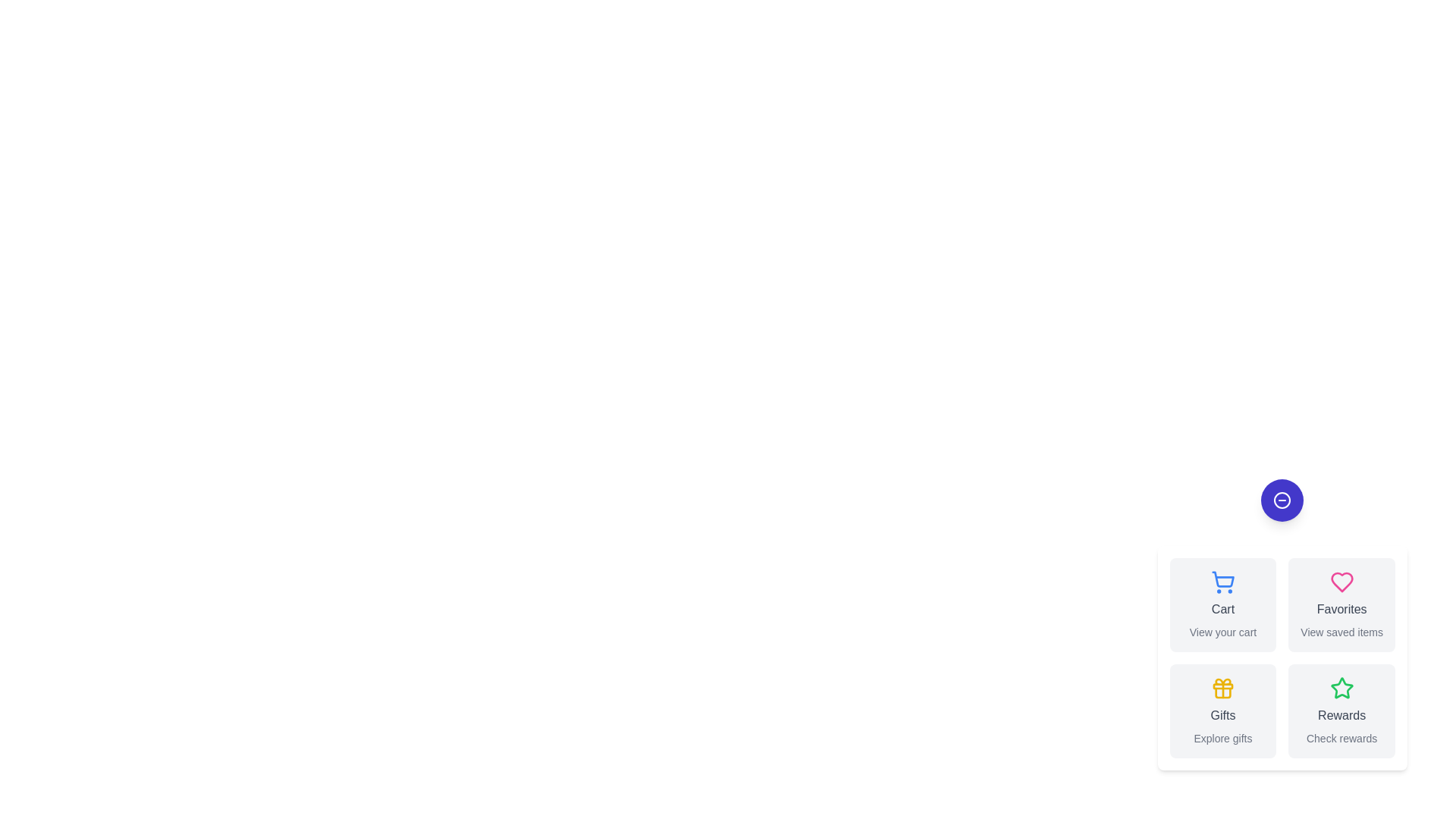 The width and height of the screenshot is (1456, 819). What do you see at coordinates (1222, 711) in the screenshot?
I see `the 'Gifts' button to select it` at bounding box center [1222, 711].